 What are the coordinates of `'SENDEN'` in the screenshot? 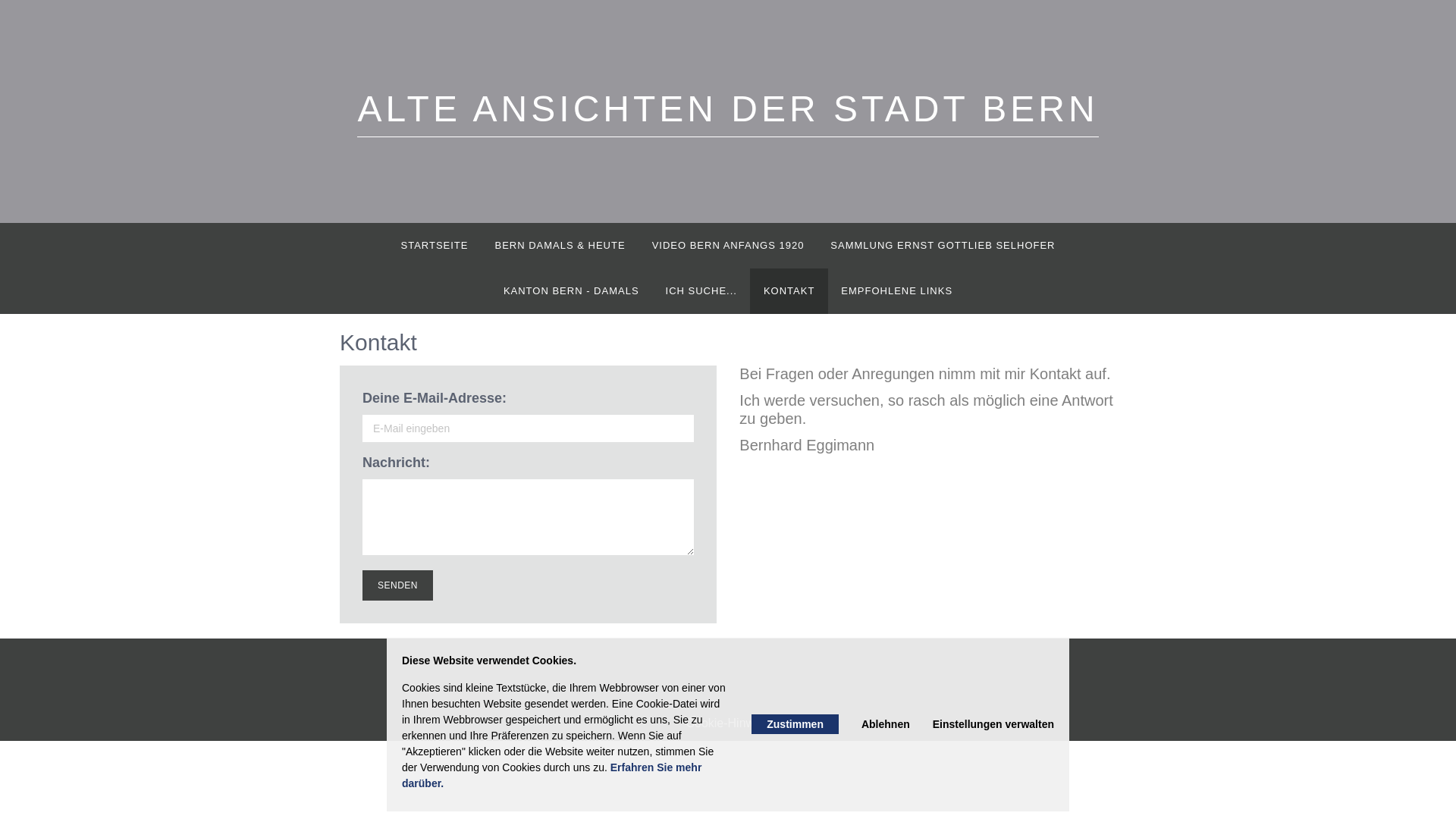 It's located at (397, 584).